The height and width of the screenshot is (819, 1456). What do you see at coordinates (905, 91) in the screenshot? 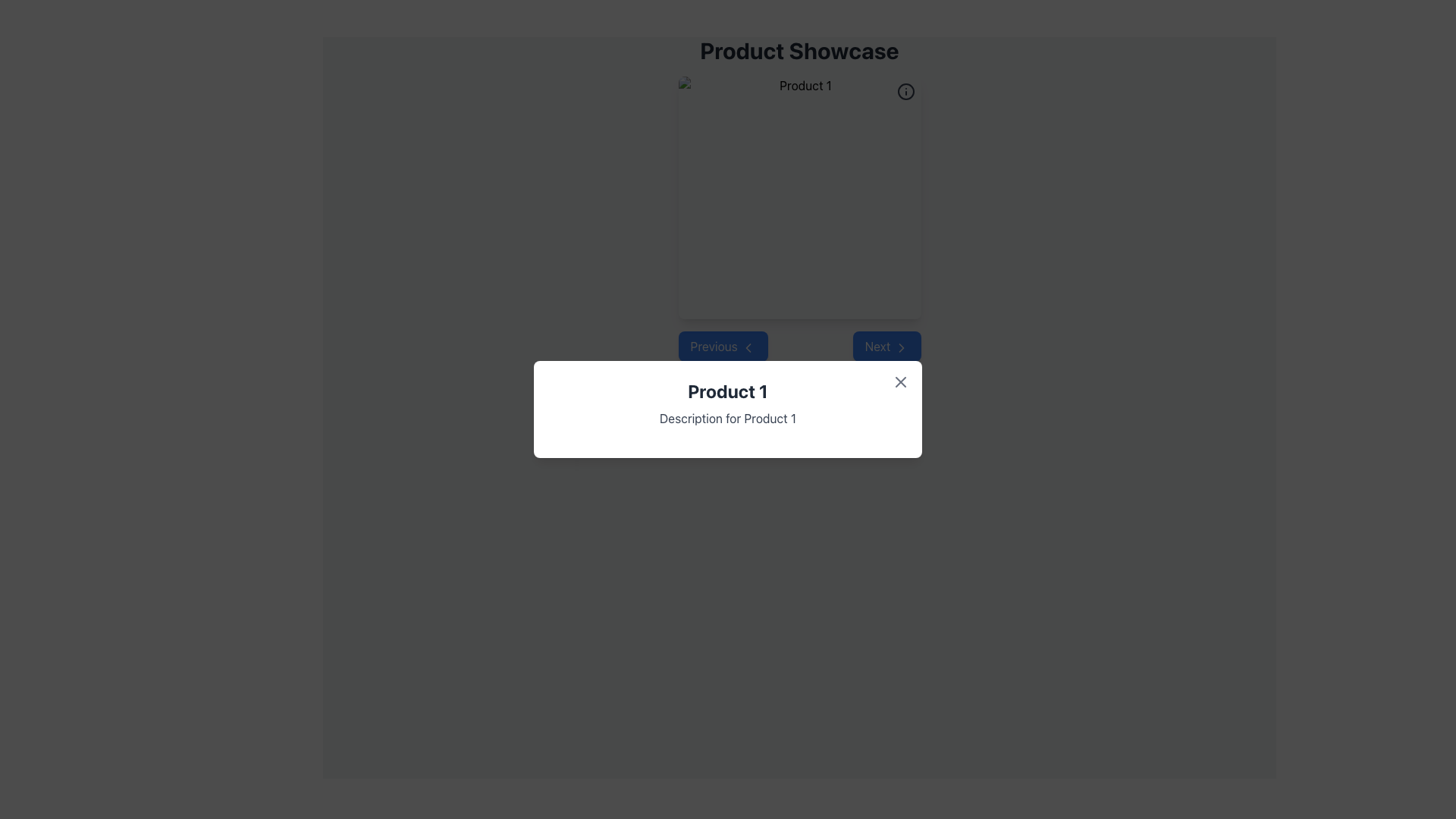
I see `the information icon resembling a circled 'i' located at the top-right corner of the product card, which overlaps slightly with the product image` at bounding box center [905, 91].